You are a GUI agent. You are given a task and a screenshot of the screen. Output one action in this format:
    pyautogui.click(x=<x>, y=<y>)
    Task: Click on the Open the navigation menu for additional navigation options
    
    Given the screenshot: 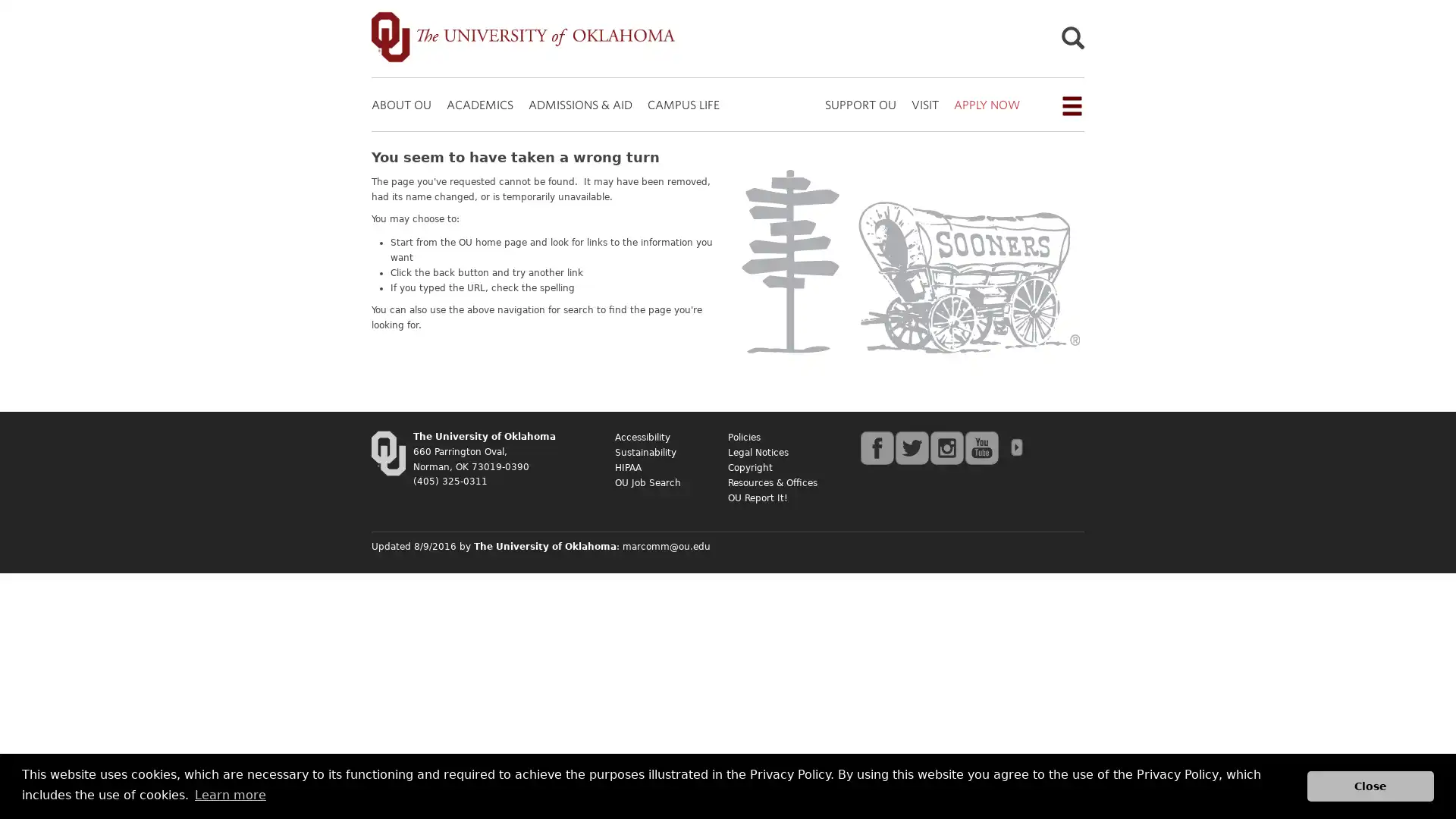 What is the action you would take?
    pyautogui.click(x=1070, y=105)
    